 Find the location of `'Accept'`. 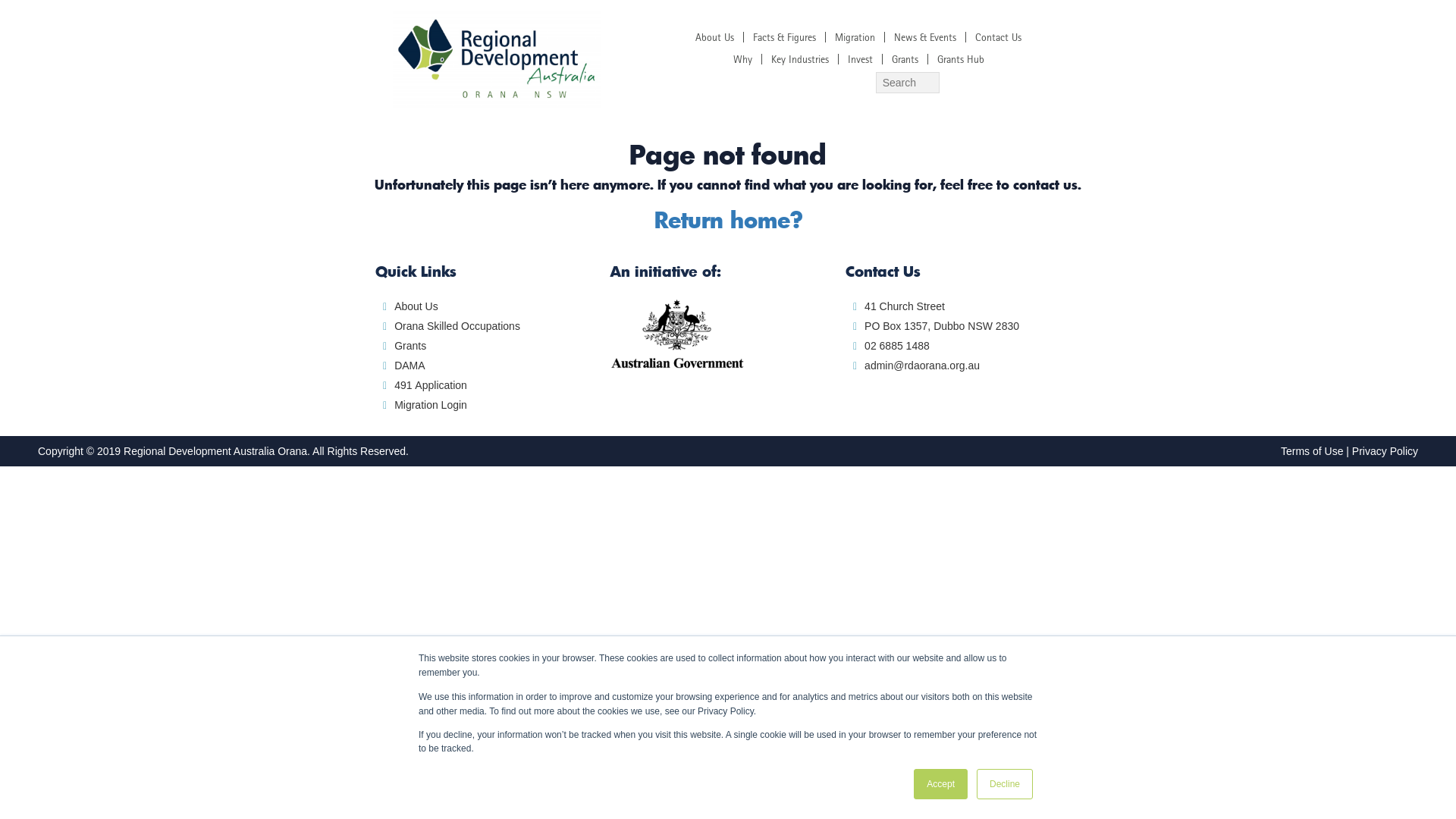

'Accept' is located at coordinates (940, 783).